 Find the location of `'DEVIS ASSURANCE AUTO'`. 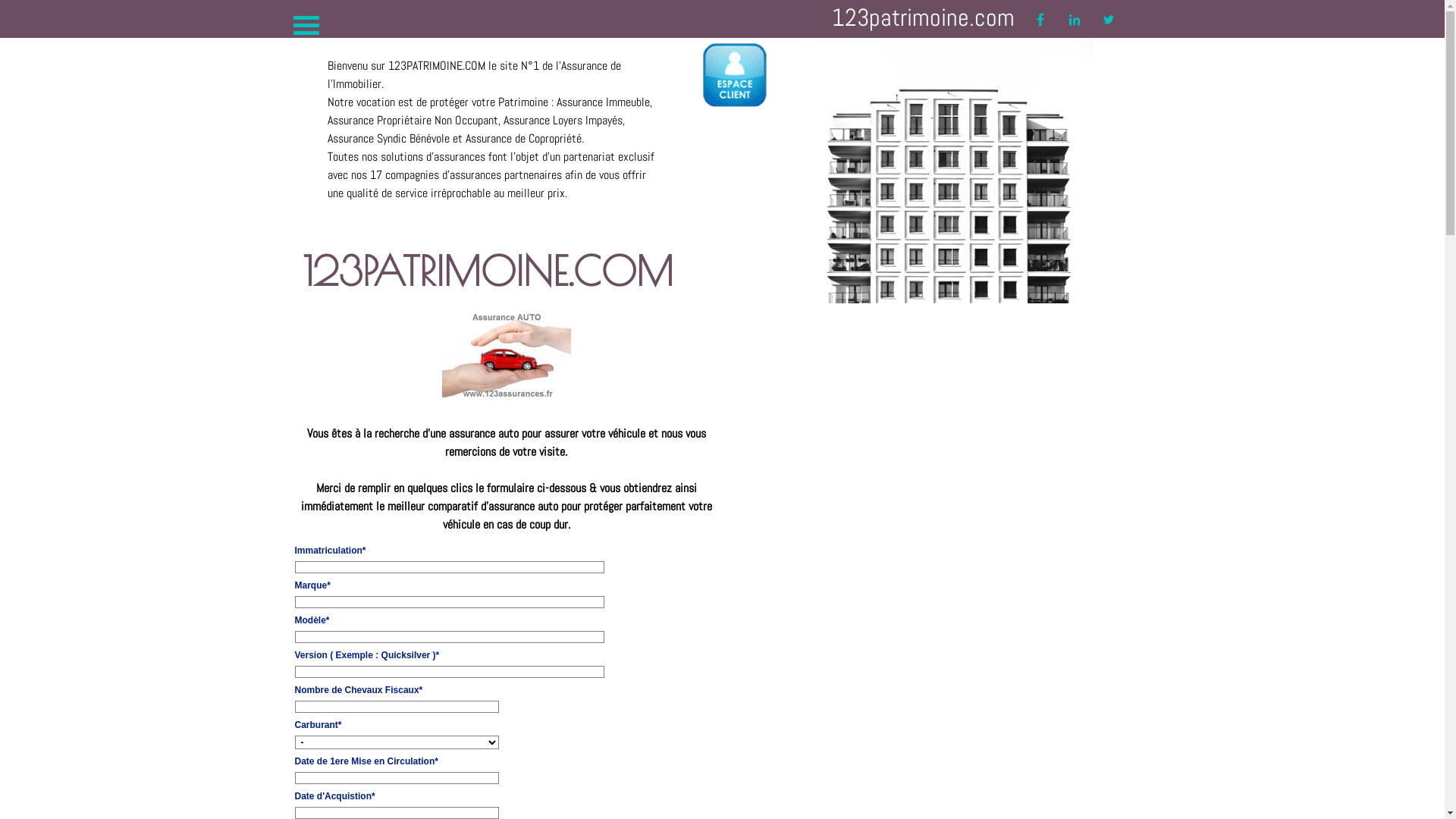

'DEVIS ASSURANCE AUTO' is located at coordinates (506, 354).